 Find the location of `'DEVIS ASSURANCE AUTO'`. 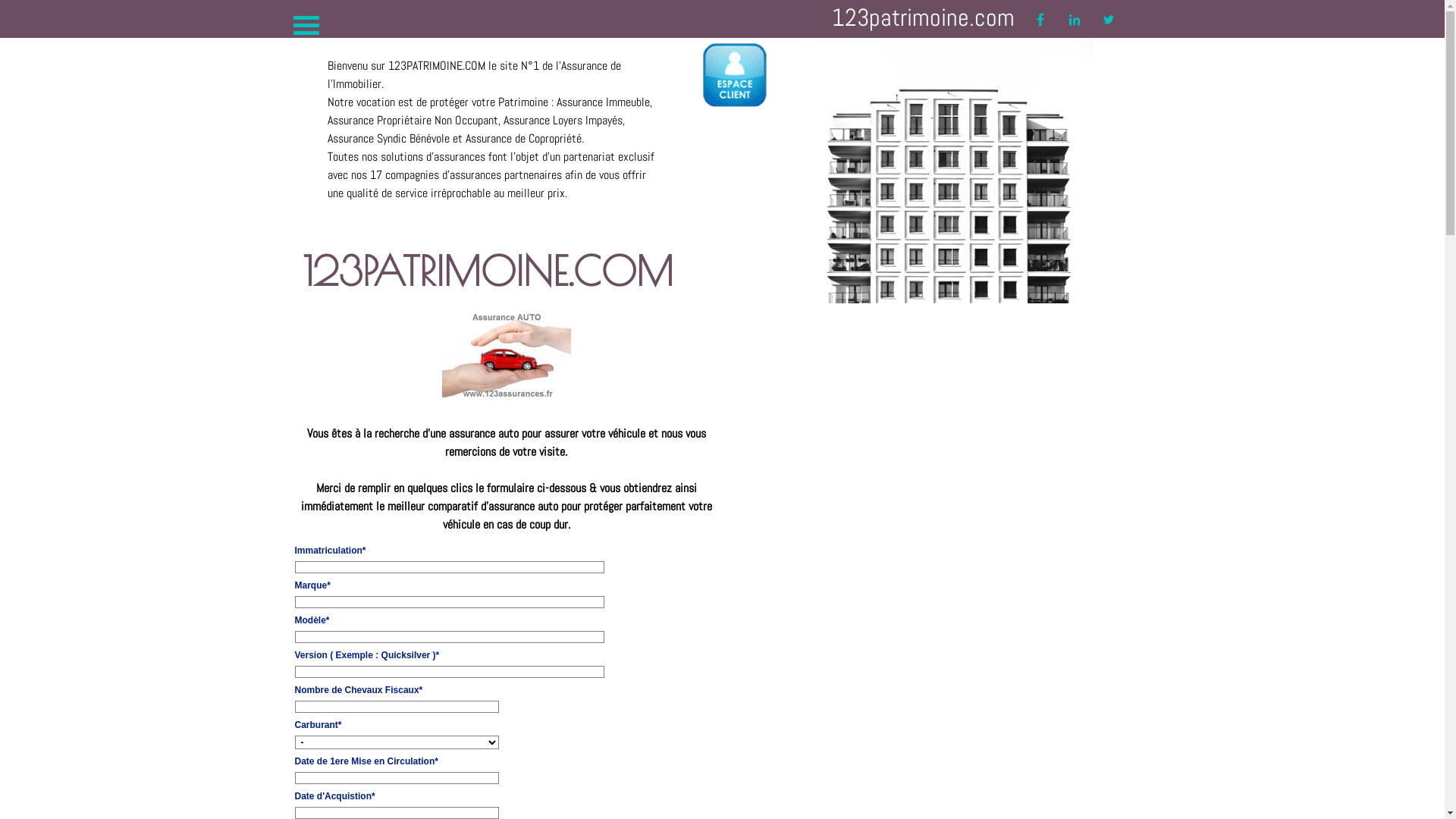

'DEVIS ASSURANCE AUTO' is located at coordinates (506, 354).